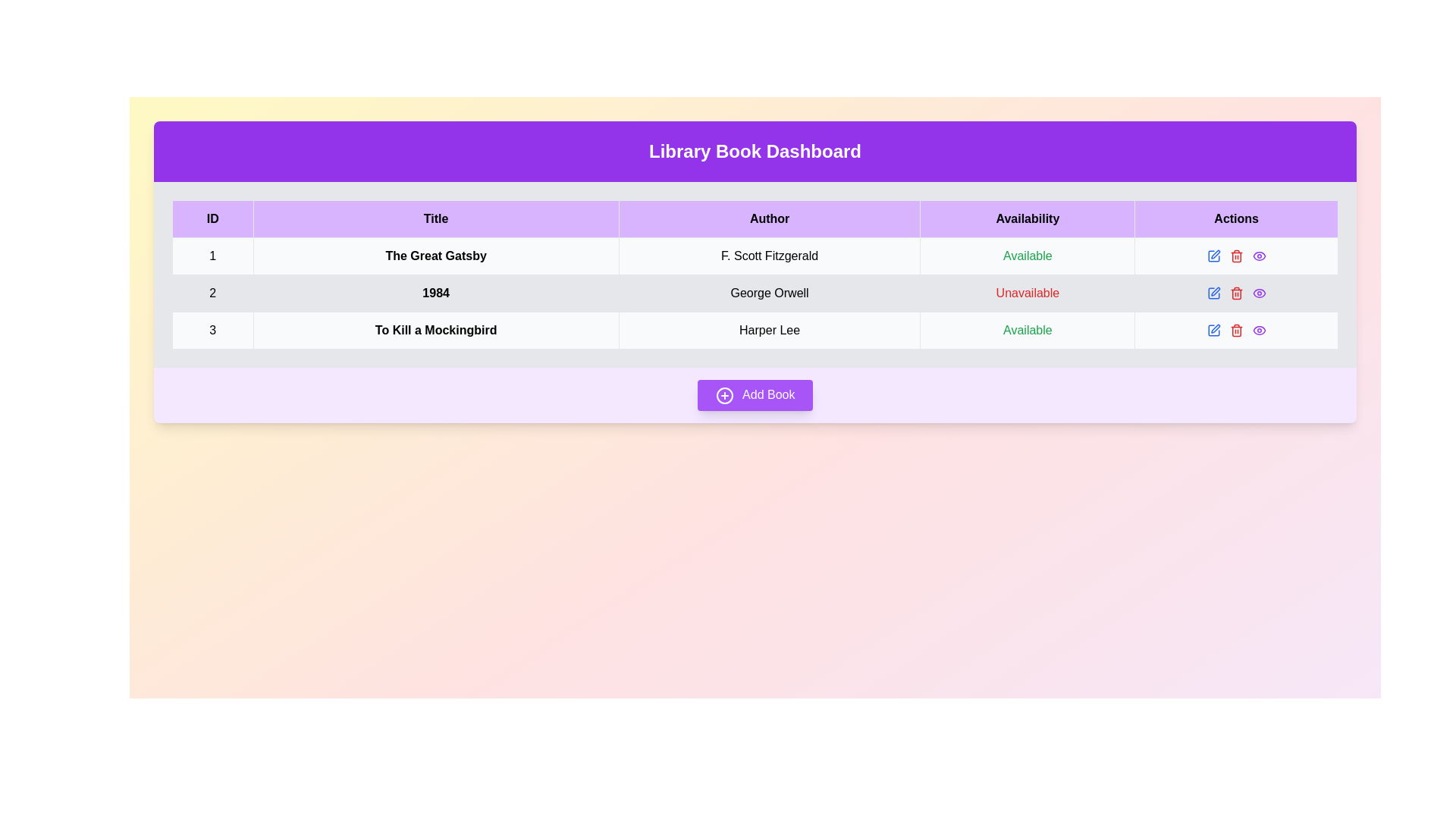  What do you see at coordinates (435, 293) in the screenshot?
I see `the text label displaying '1984' in bold, located in the second row of the table under the 'Title' column` at bounding box center [435, 293].